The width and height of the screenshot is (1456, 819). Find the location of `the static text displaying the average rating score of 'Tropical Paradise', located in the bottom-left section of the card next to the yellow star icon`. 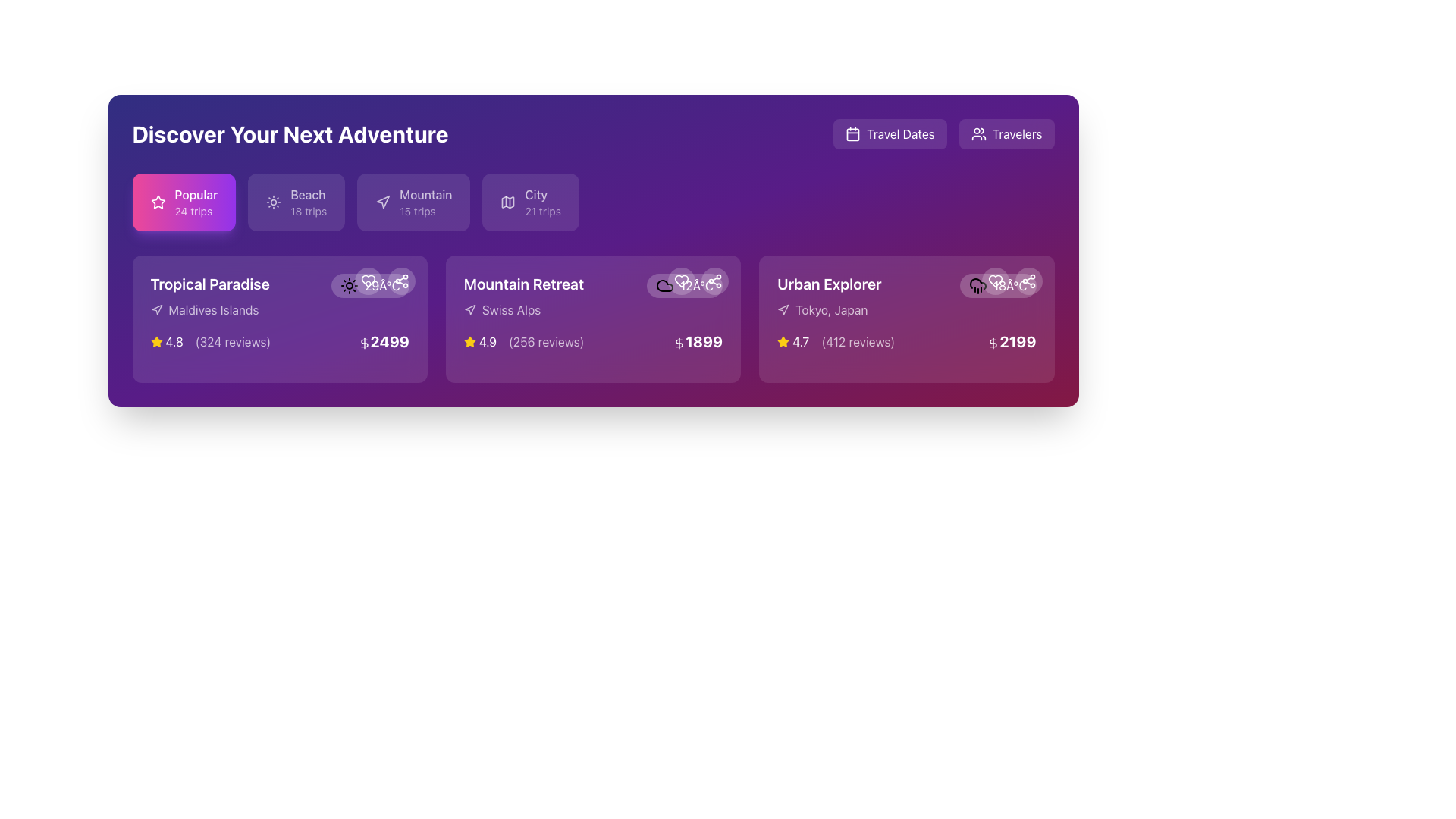

the static text displaying the average rating score of 'Tropical Paradise', located in the bottom-left section of the card next to the yellow star icon is located at coordinates (174, 342).